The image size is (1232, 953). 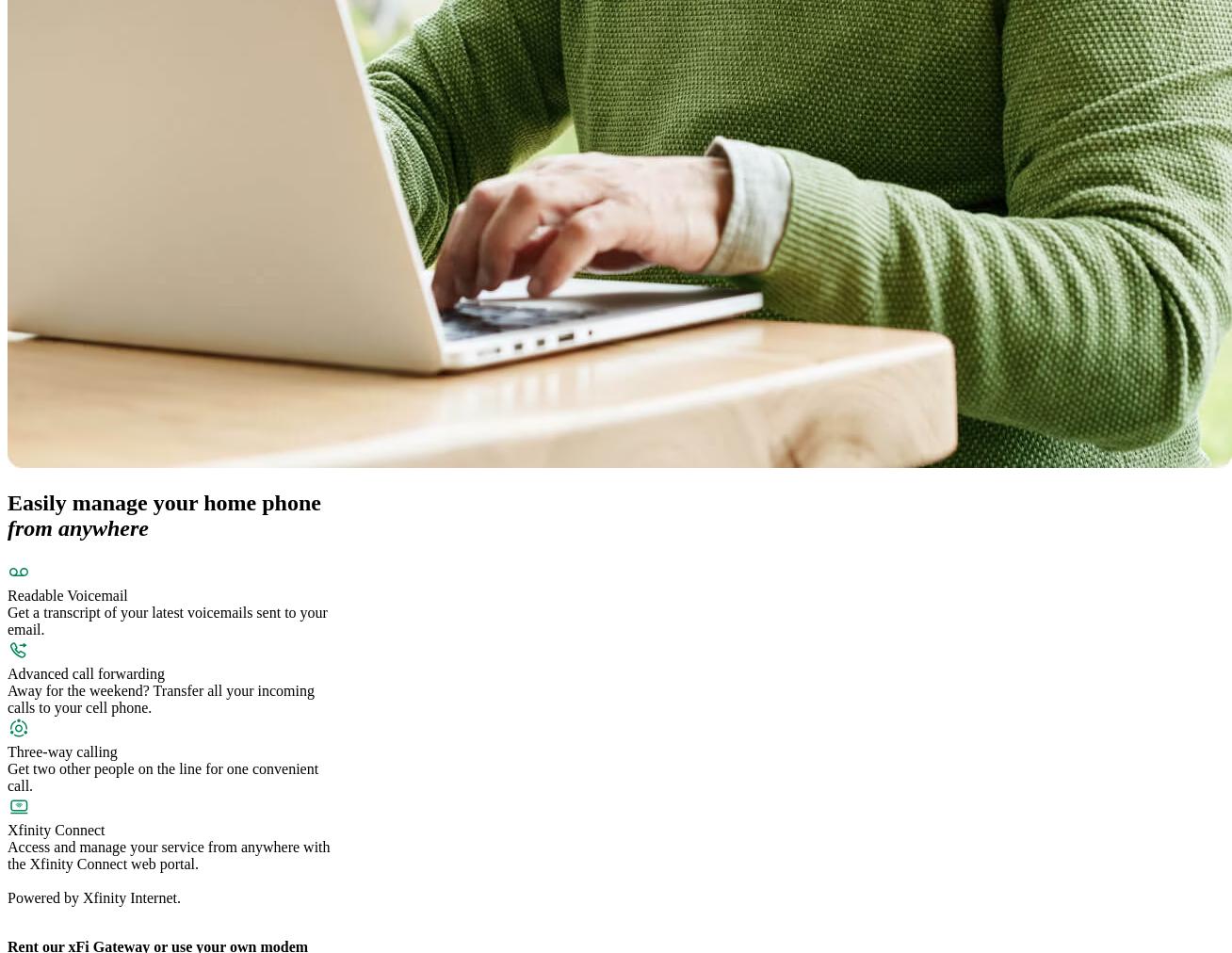 What do you see at coordinates (163, 776) in the screenshot?
I see `'Get two other people on the line for one convenient call.'` at bounding box center [163, 776].